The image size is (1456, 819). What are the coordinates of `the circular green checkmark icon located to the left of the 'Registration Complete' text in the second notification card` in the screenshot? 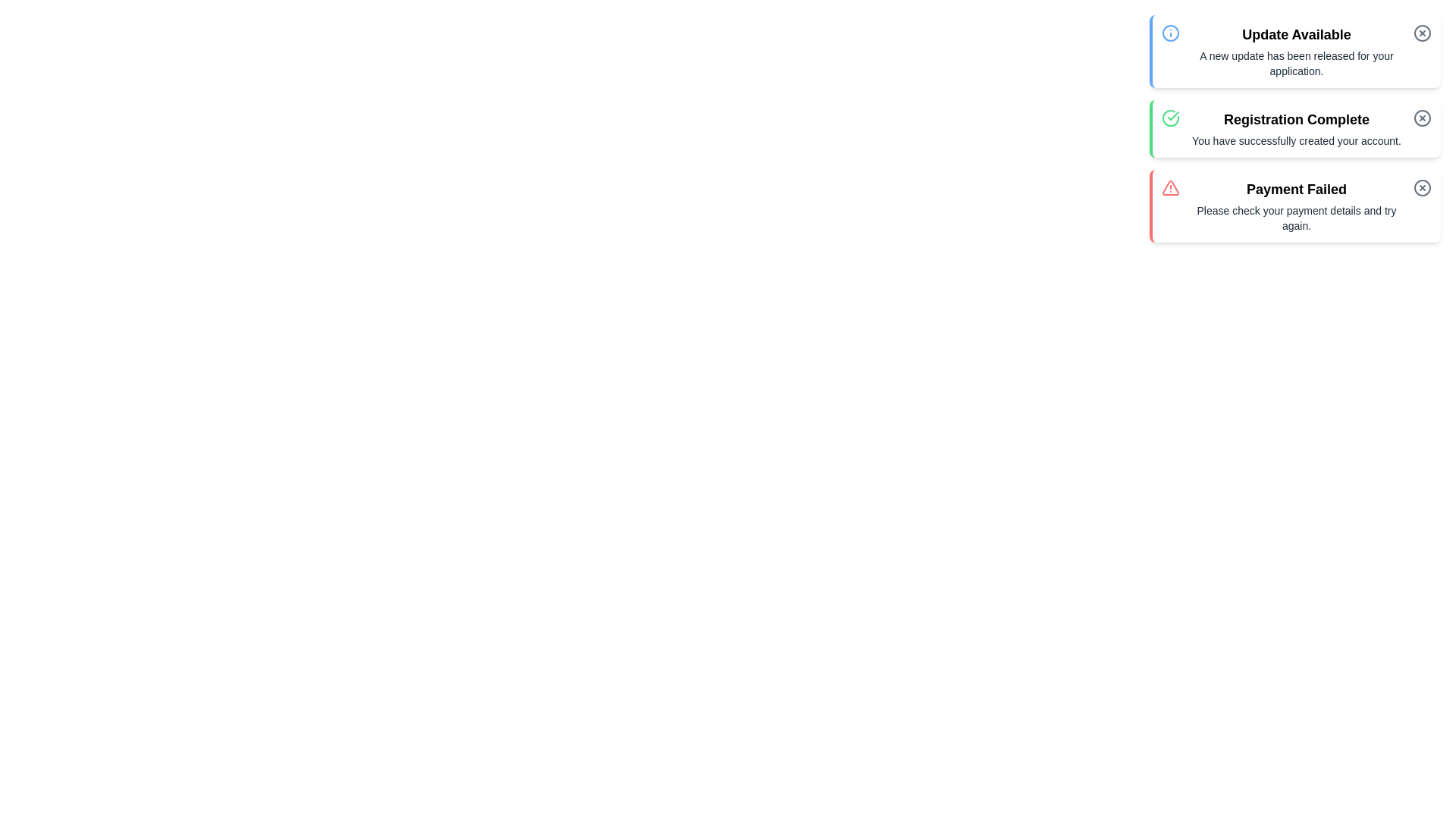 It's located at (1170, 117).